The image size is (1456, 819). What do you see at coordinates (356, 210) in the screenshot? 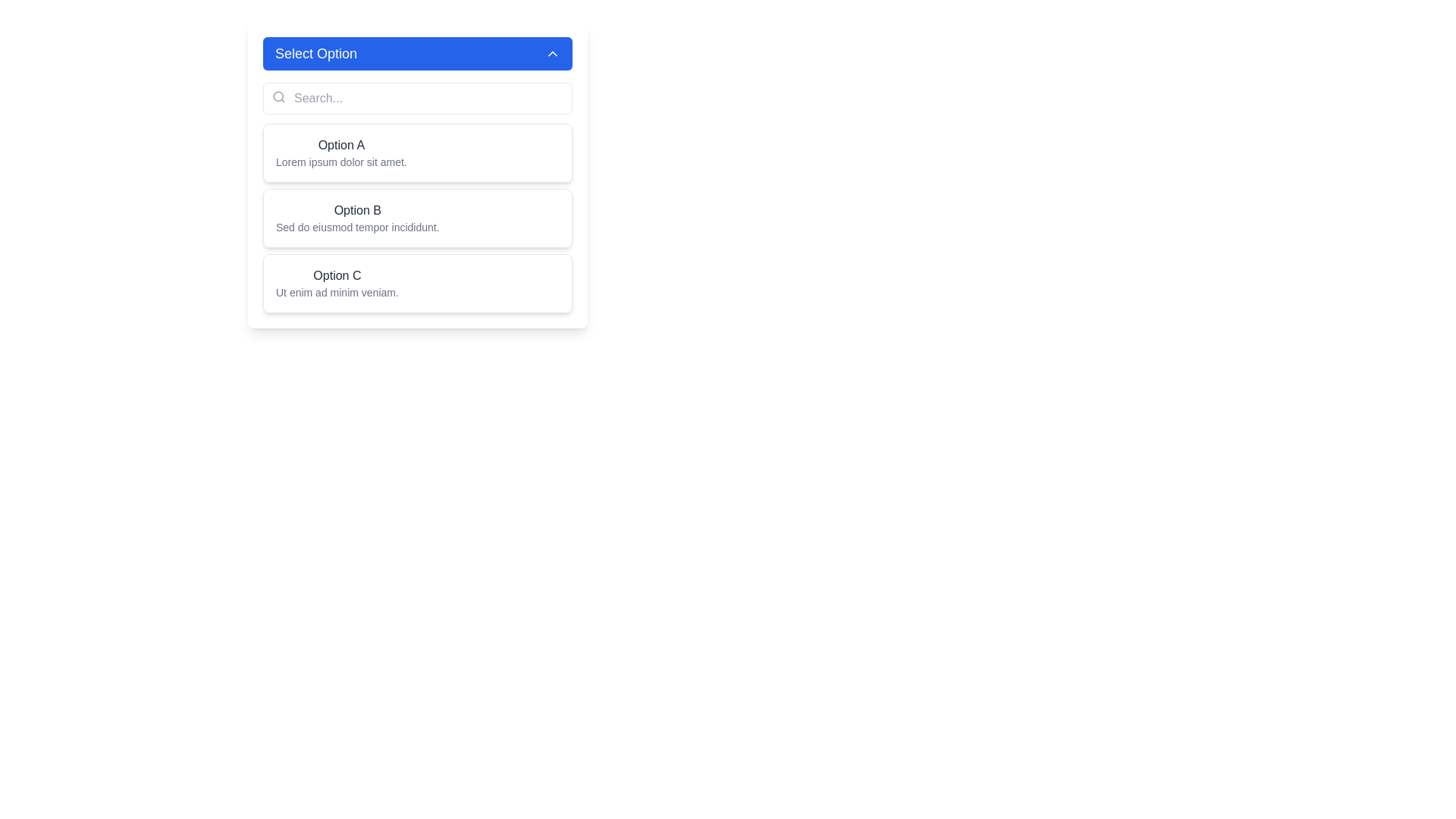
I see `the text label for 'Option B', which serves as the title for this selectable option in the dropdown interface` at bounding box center [356, 210].